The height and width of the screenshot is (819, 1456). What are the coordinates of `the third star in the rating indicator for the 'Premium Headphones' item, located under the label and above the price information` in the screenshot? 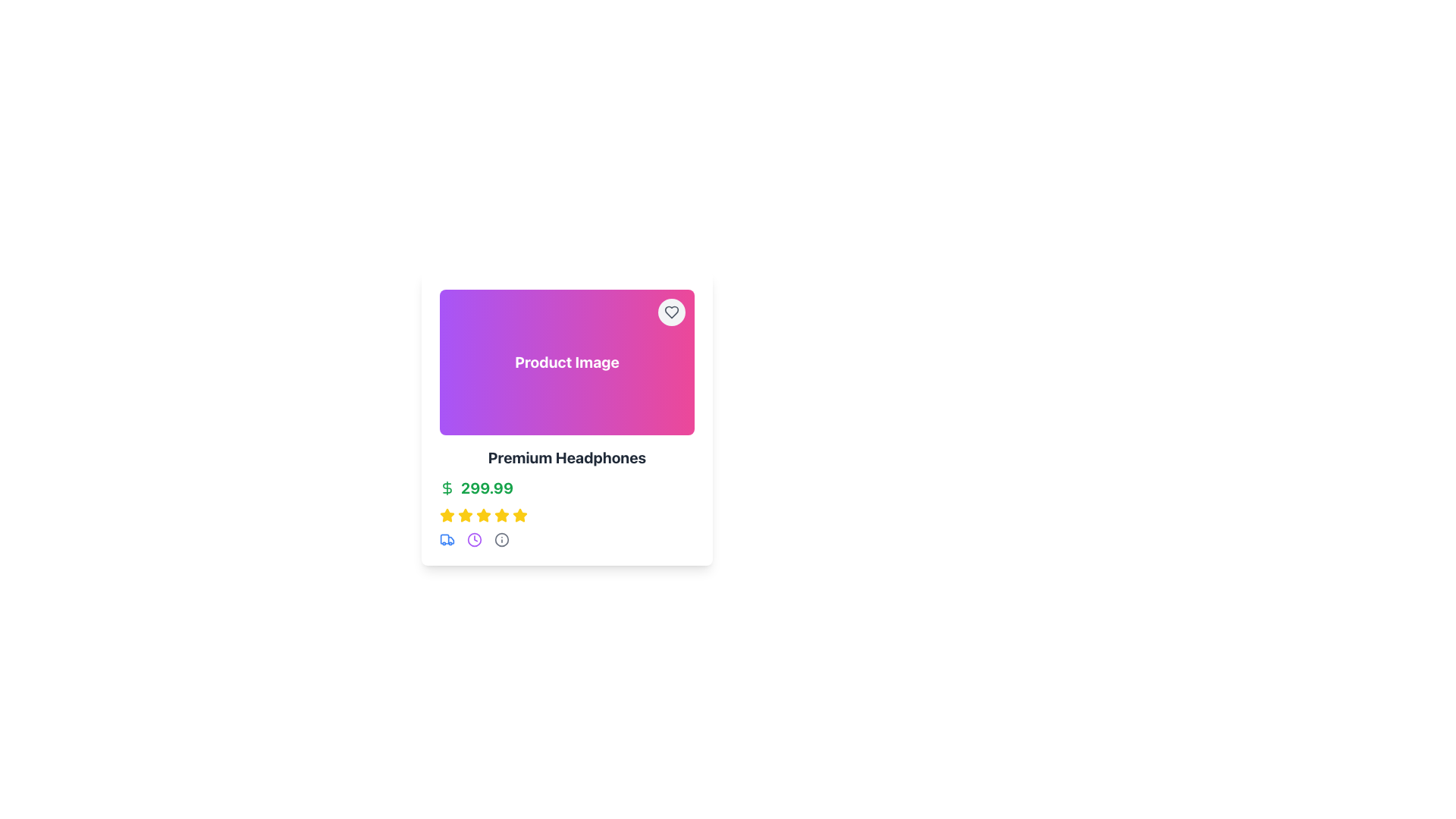 It's located at (483, 514).